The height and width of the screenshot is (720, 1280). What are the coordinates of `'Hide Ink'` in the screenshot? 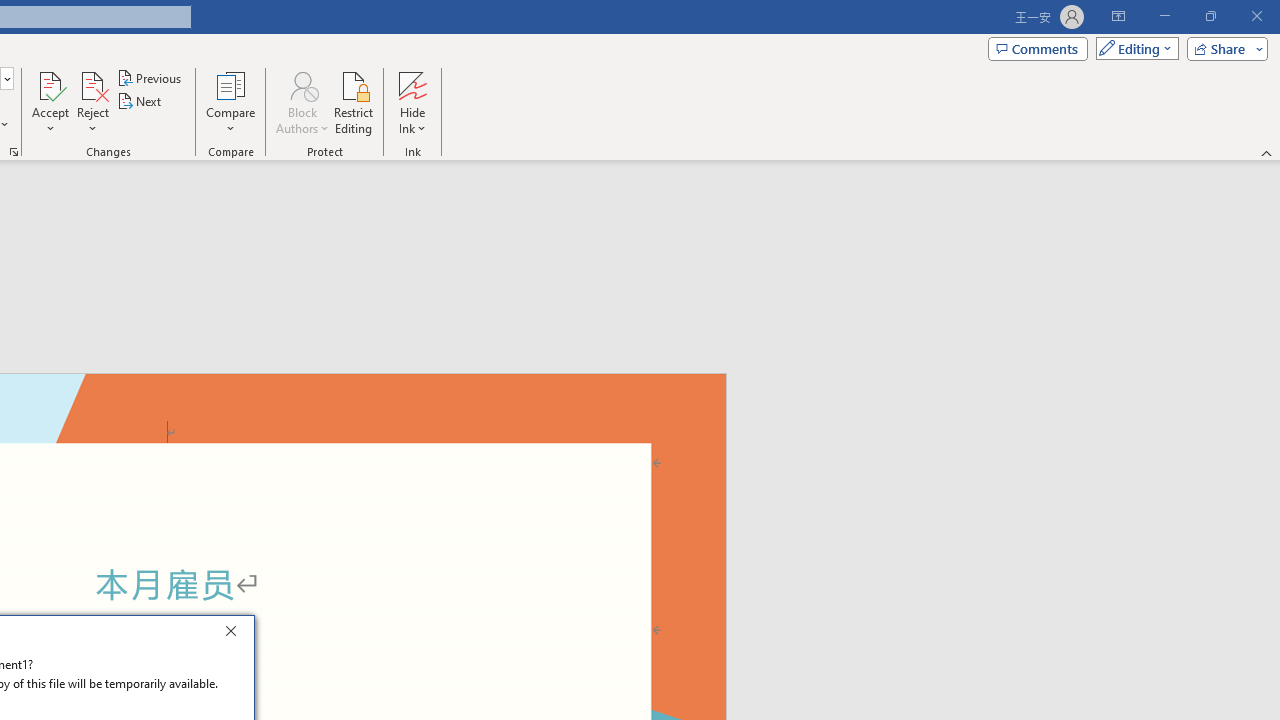 It's located at (411, 84).